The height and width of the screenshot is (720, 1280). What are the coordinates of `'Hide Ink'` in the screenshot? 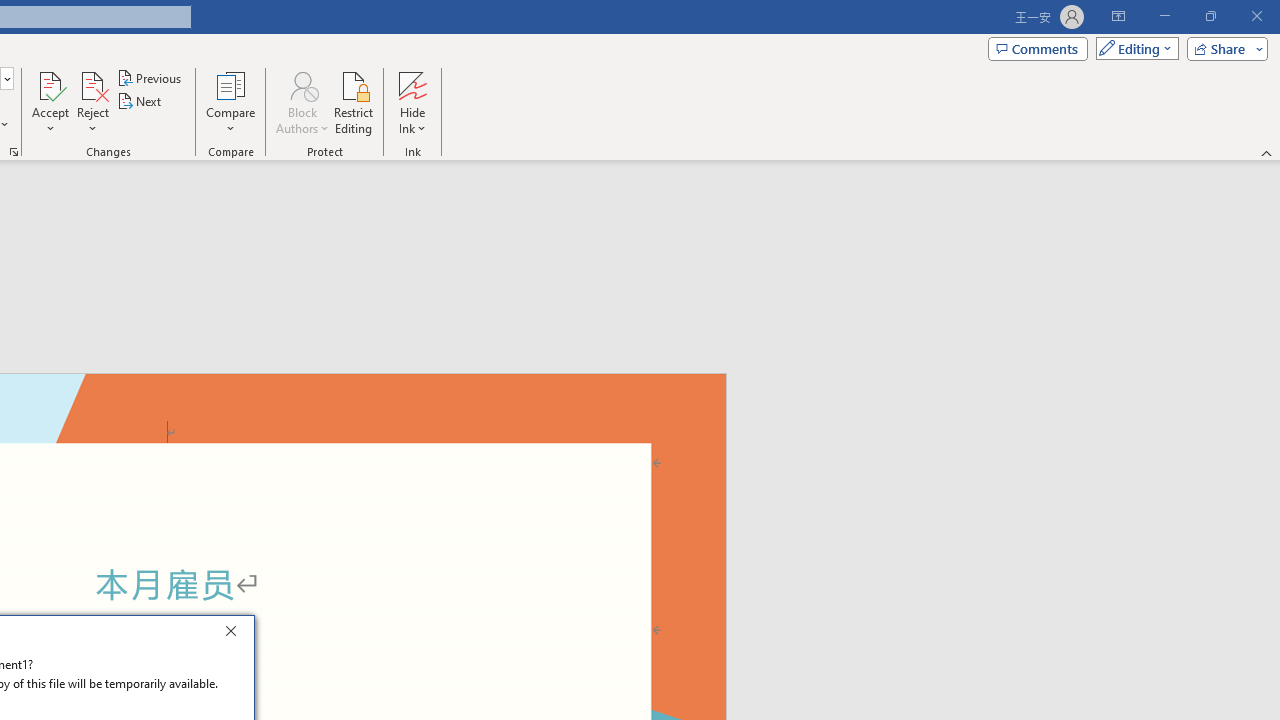 It's located at (411, 84).